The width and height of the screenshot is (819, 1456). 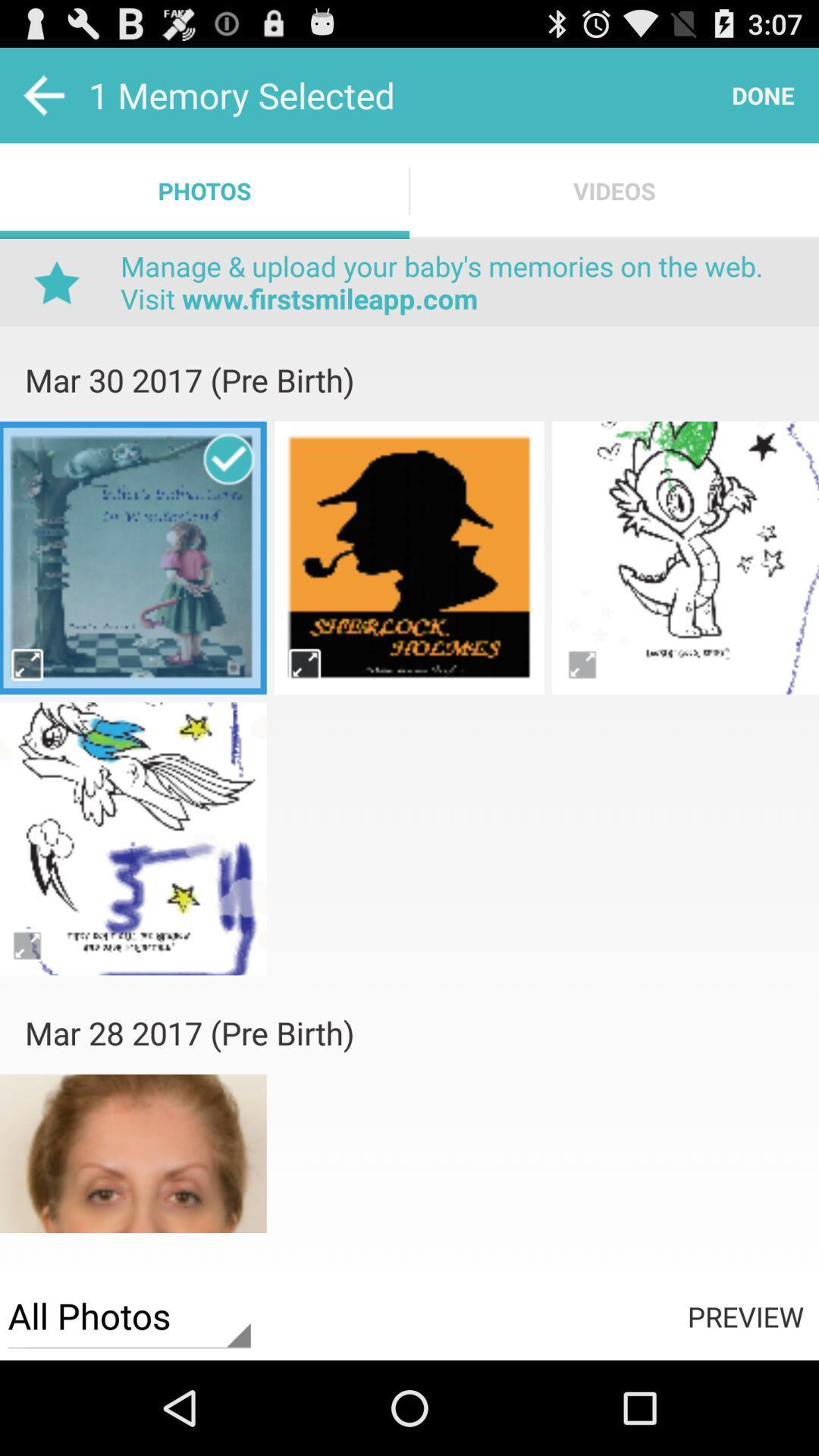 What do you see at coordinates (581, 664) in the screenshot?
I see `picture oftion` at bounding box center [581, 664].